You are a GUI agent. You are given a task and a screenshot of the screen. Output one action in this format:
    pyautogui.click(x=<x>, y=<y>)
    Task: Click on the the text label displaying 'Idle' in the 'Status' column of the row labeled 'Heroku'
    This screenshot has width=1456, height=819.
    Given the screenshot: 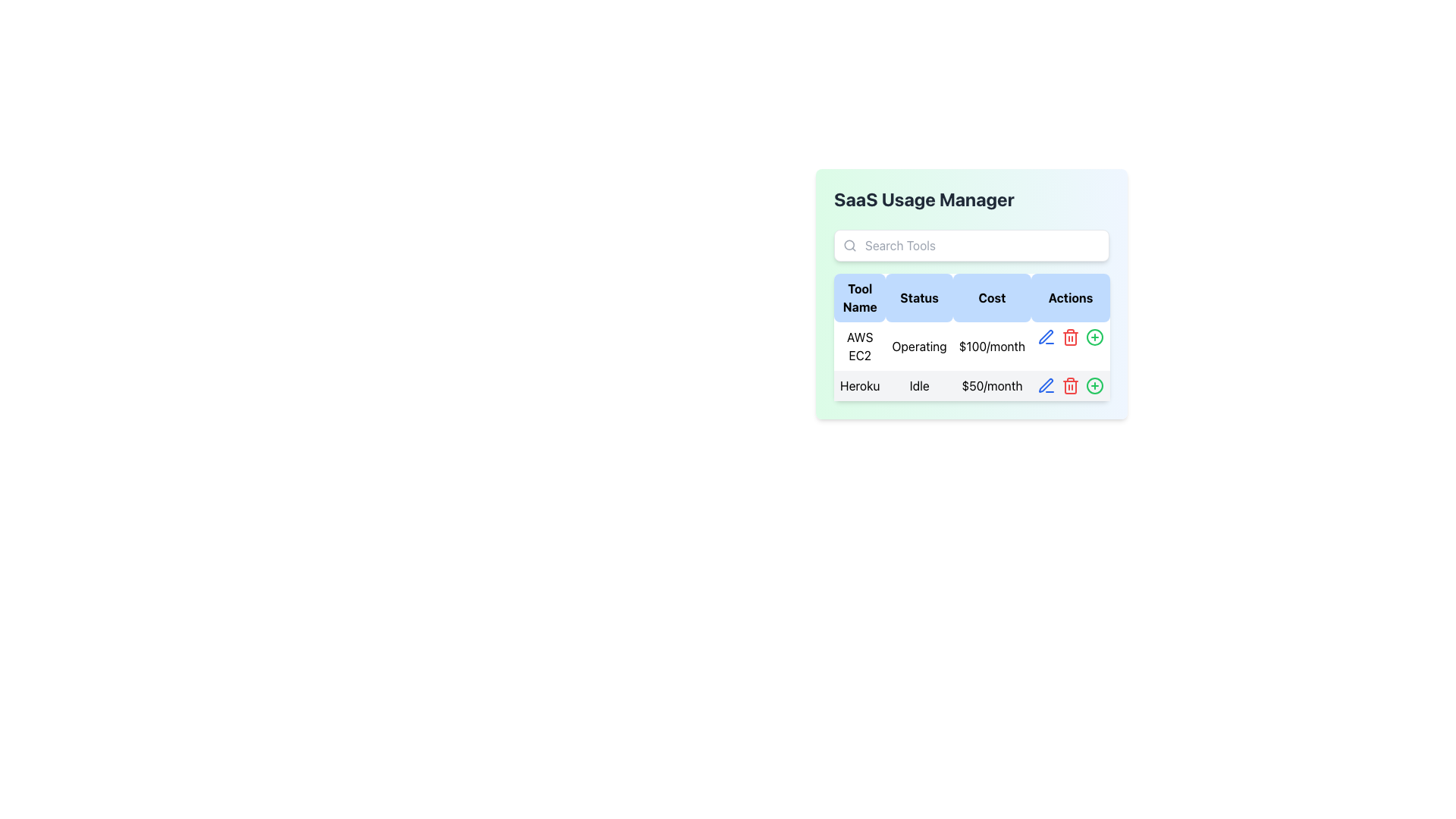 What is the action you would take?
    pyautogui.click(x=918, y=385)
    